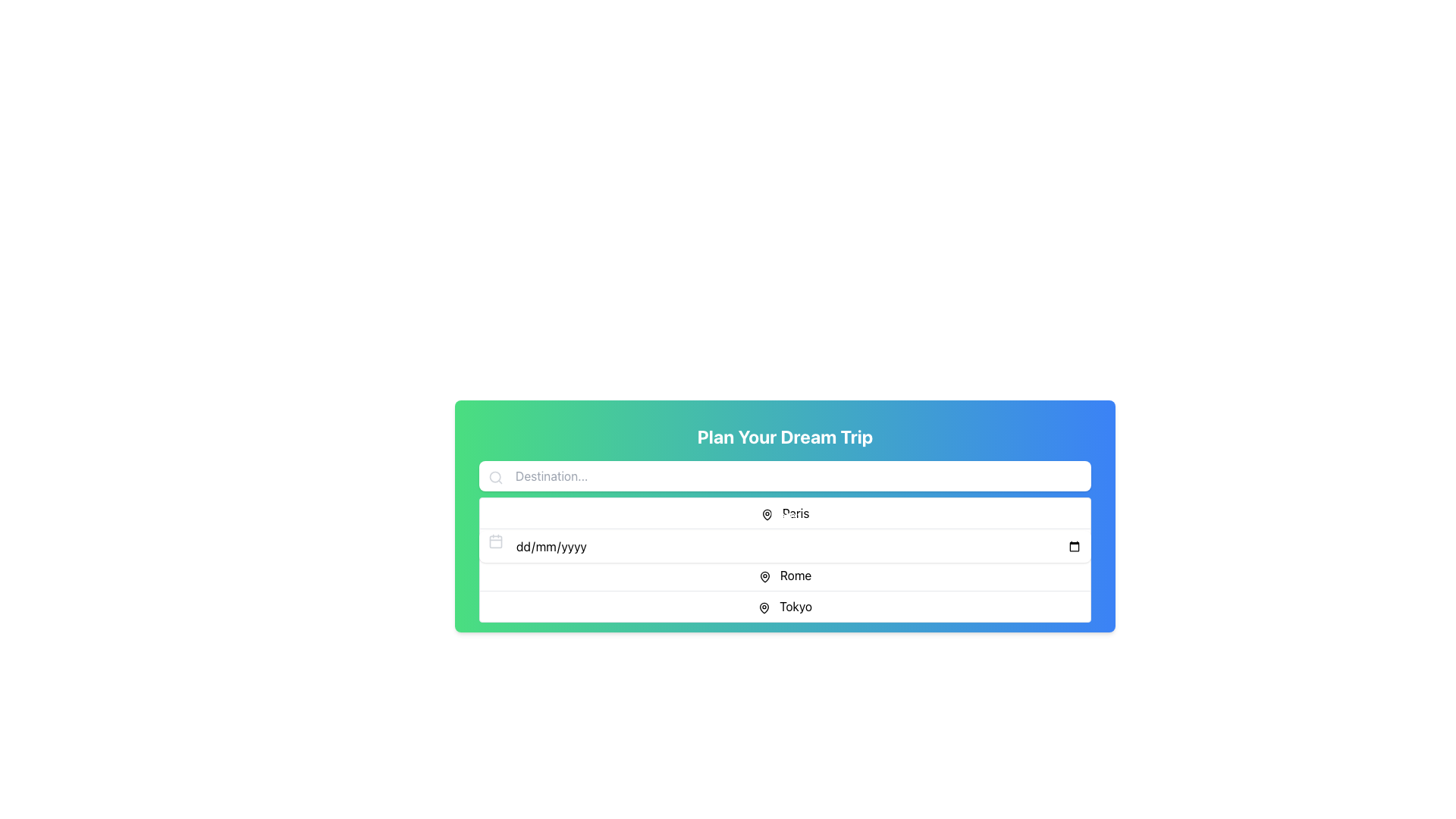  I want to click on the 'Plan My Journey' button to change its visual state, which features a green background that darkens on hover, so click(785, 592).